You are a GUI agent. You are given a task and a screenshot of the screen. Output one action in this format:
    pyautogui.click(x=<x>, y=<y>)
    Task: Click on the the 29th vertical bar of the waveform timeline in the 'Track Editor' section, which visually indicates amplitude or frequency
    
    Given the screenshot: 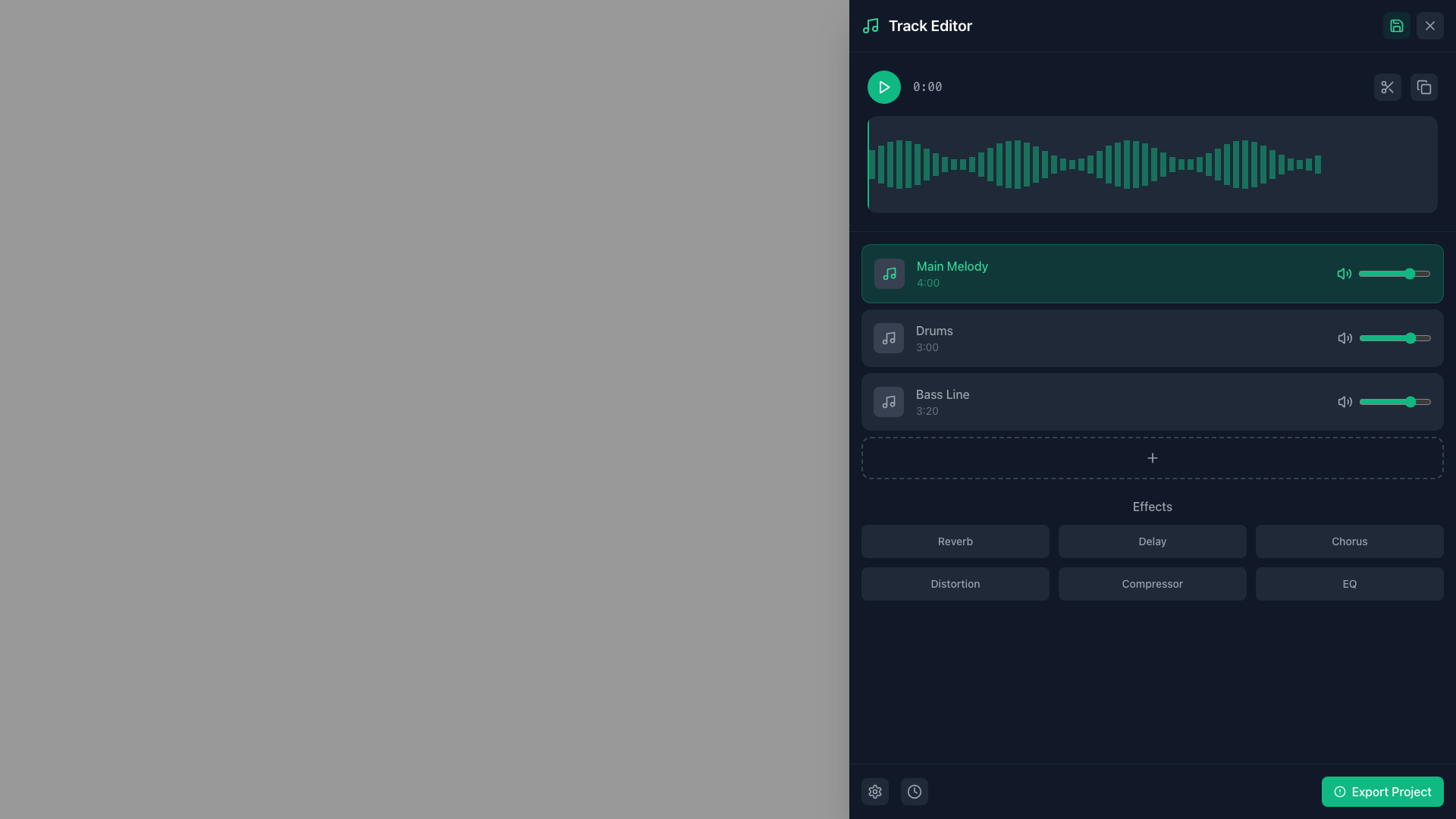 What is the action you would take?
    pyautogui.click(x=1117, y=164)
    